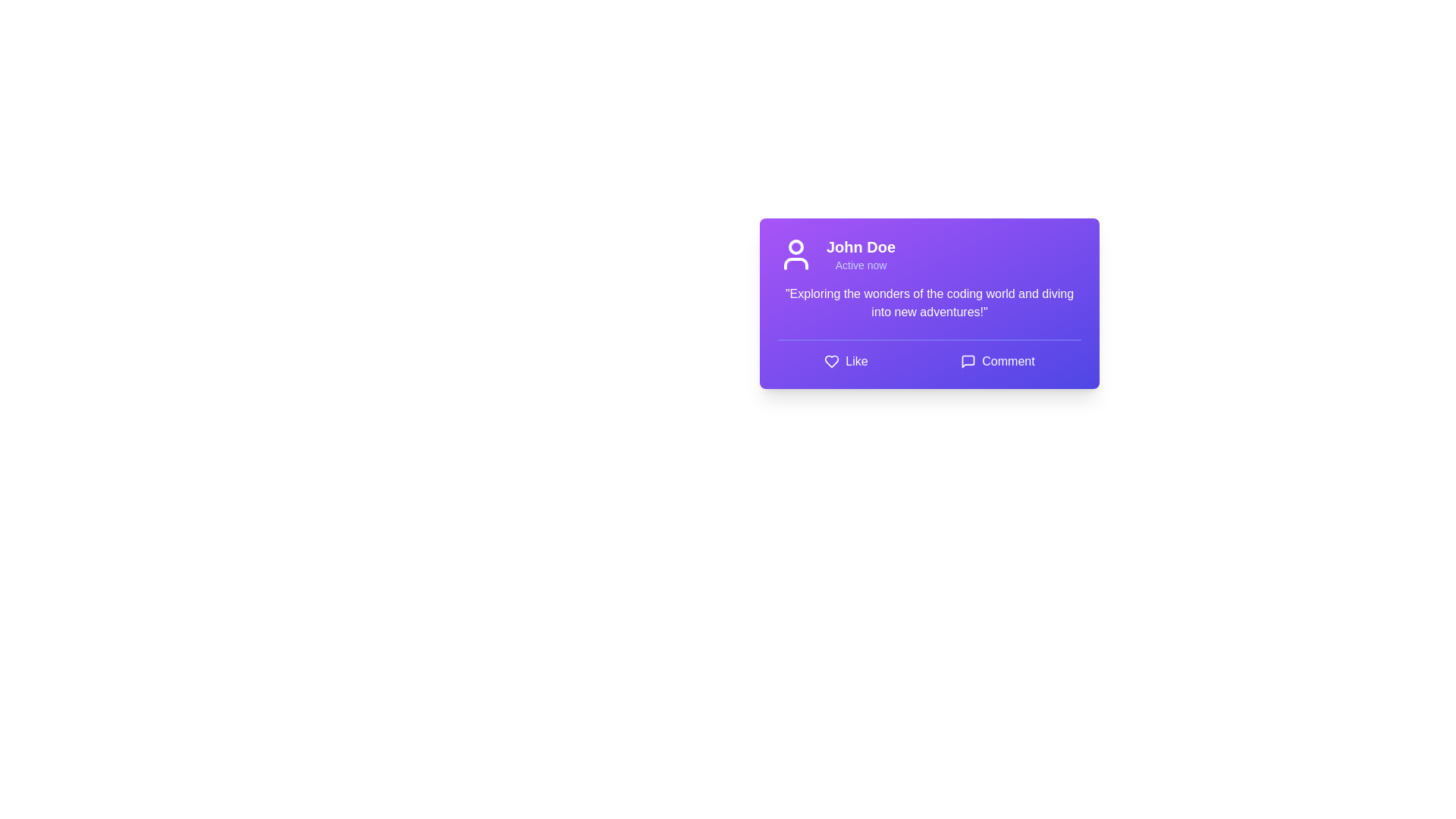 Image resolution: width=1456 pixels, height=819 pixels. I want to click on the speech bubble icon next to the 'Comment' label on the purple background, so click(968, 362).